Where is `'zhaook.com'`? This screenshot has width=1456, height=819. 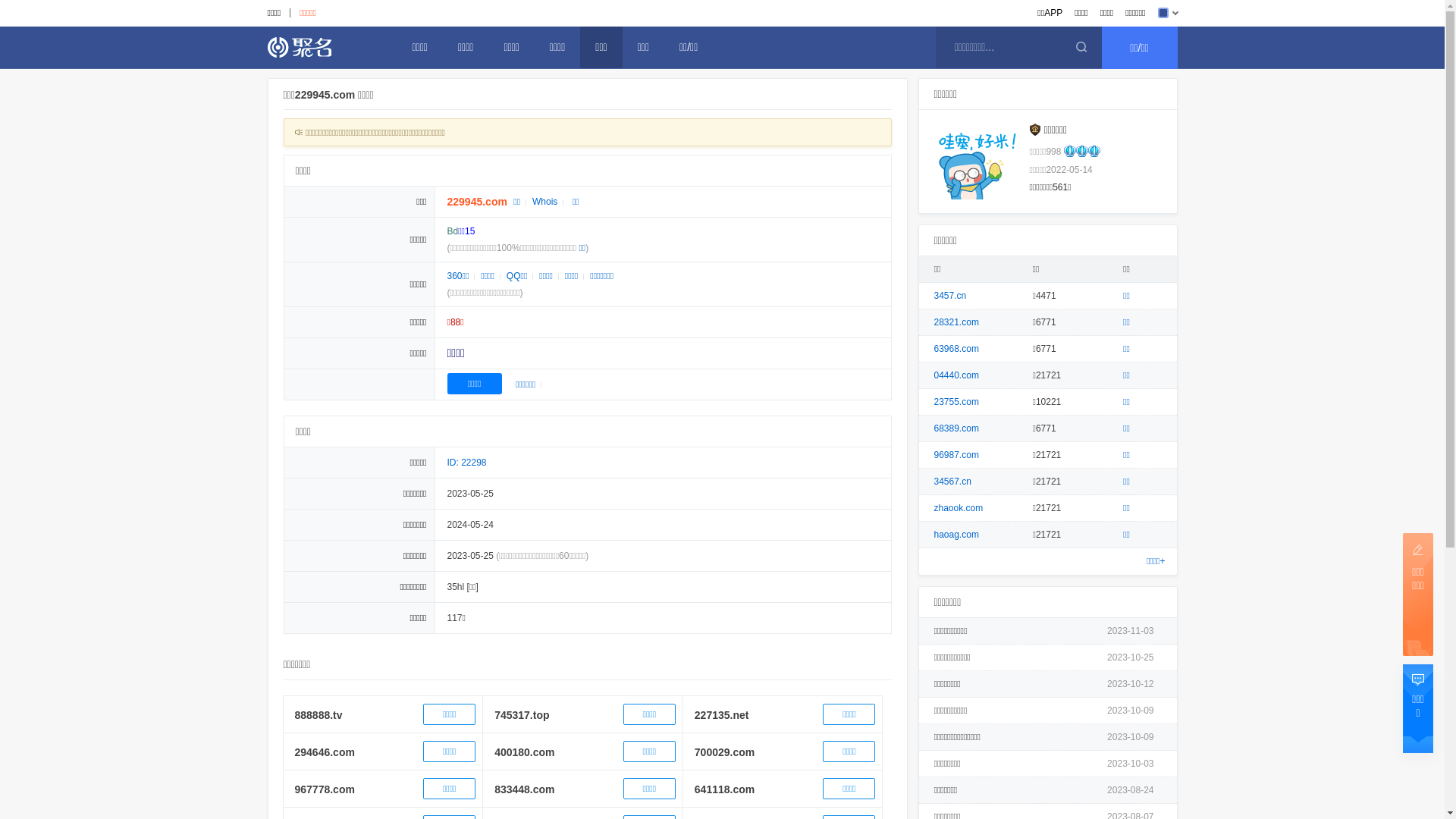 'zhaook.com' is located at coordinates (958, 508).